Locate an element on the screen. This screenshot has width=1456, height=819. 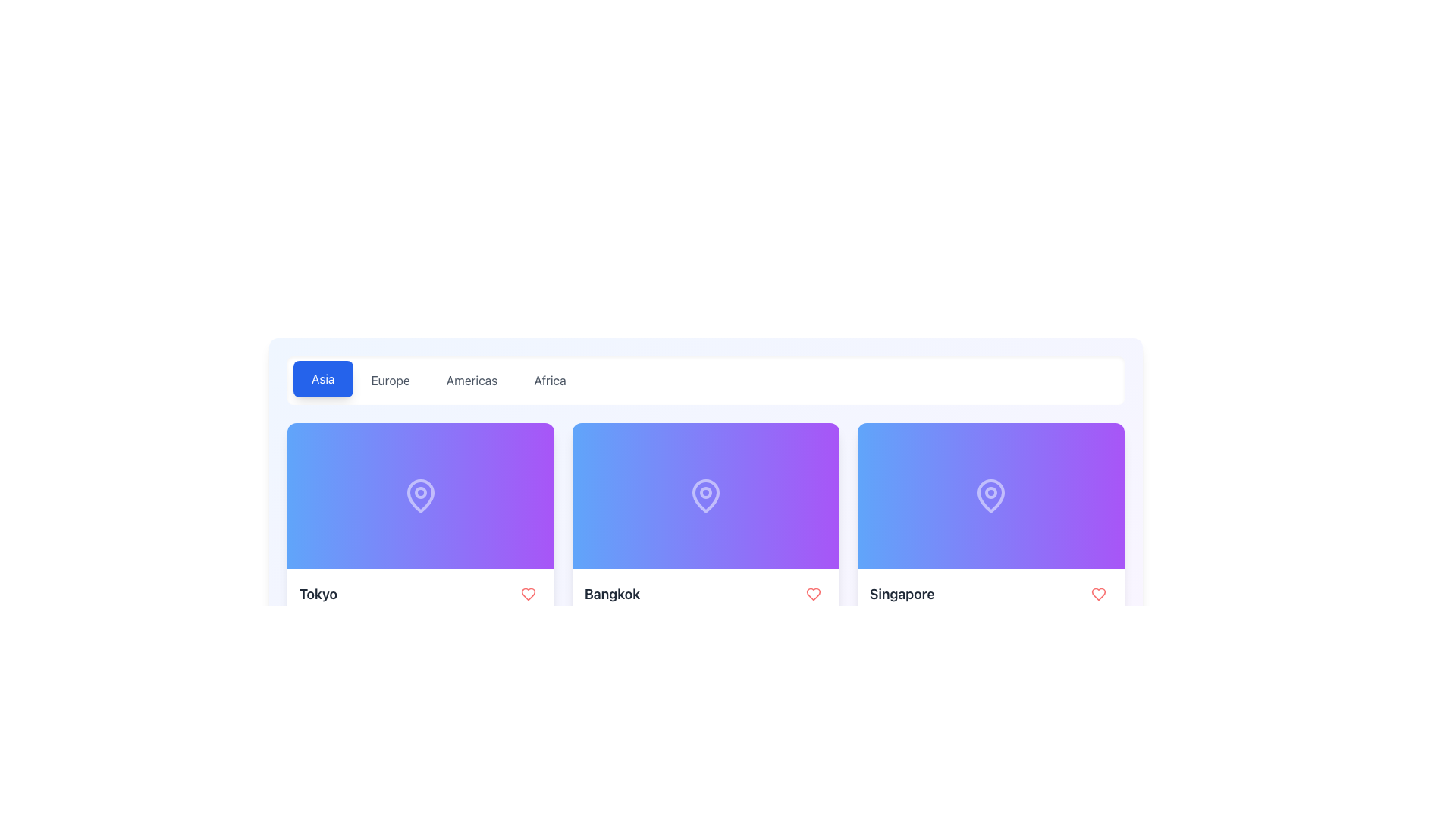
the interactive button located at the bottom-right corner of the 'Singapore' card is located at coordinates (1099, 593).